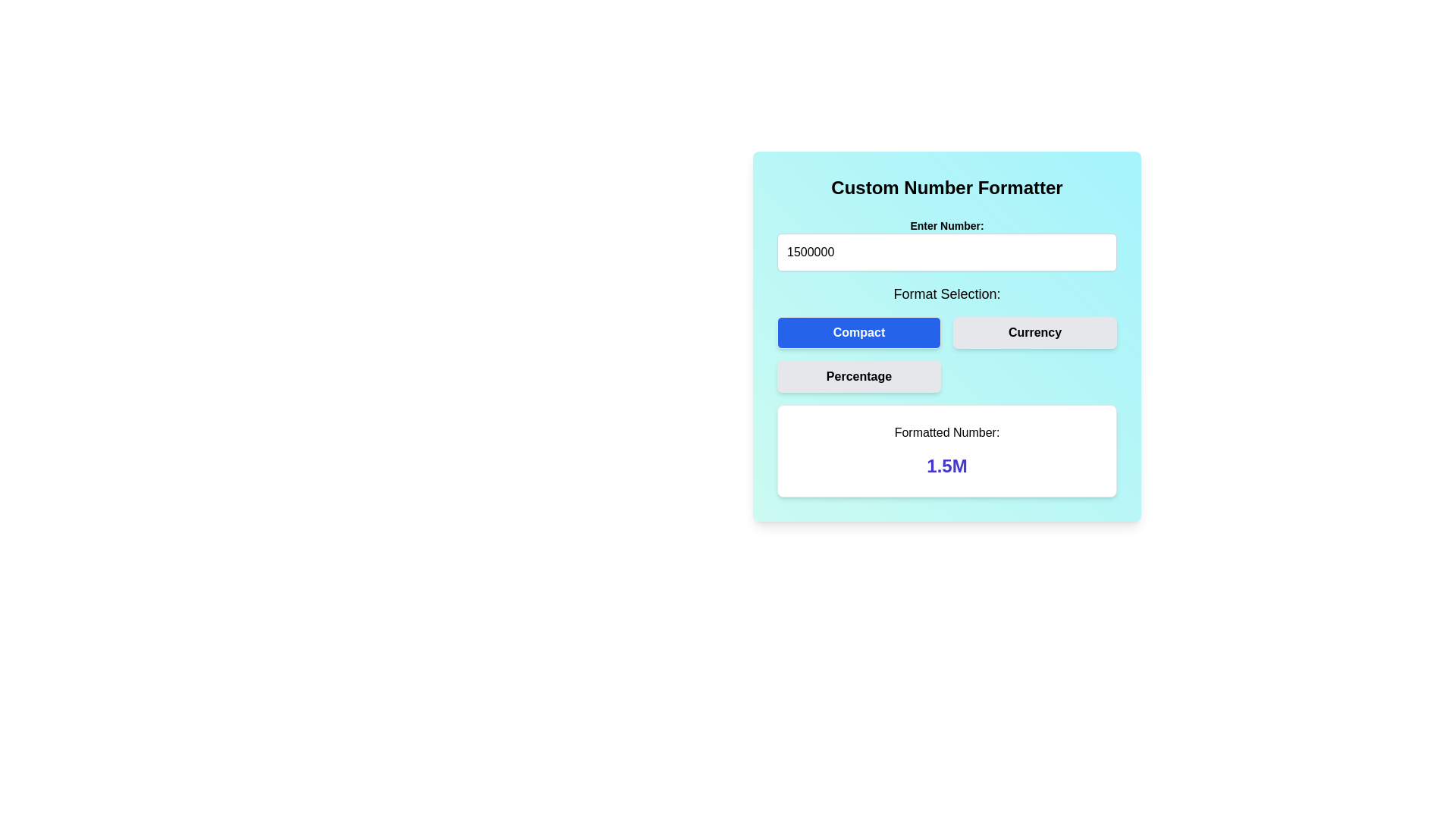  Describe the element at coordinates (946, 335) in the screenshot. I see `the first button in the format selection section to choose the 'Compact' formatting option for a number` at that location.